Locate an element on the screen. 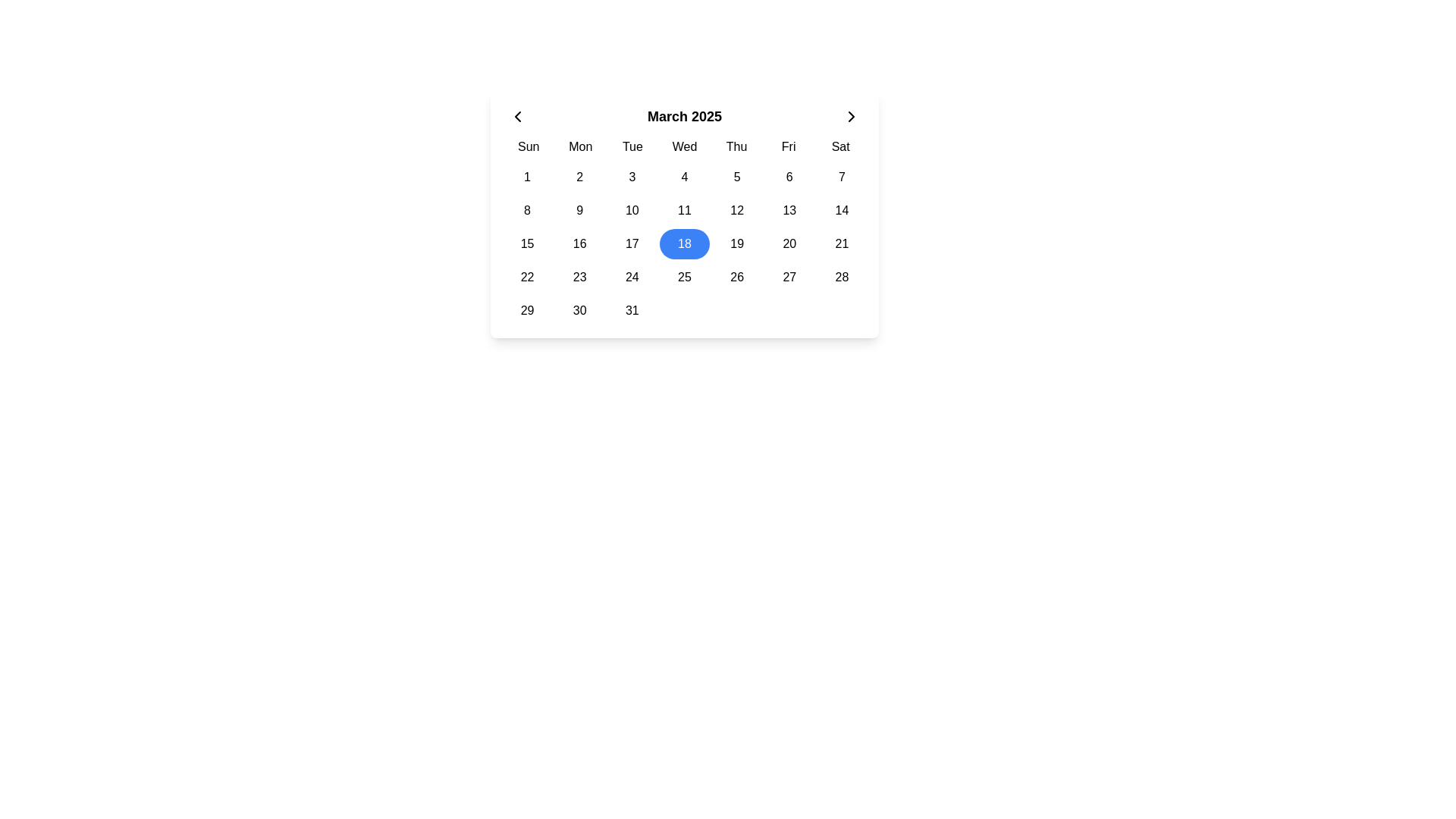 This screenshot has width=1456, height=819. the circular button labeled '12' in the calendar grid is located at coordinates (736, 210).